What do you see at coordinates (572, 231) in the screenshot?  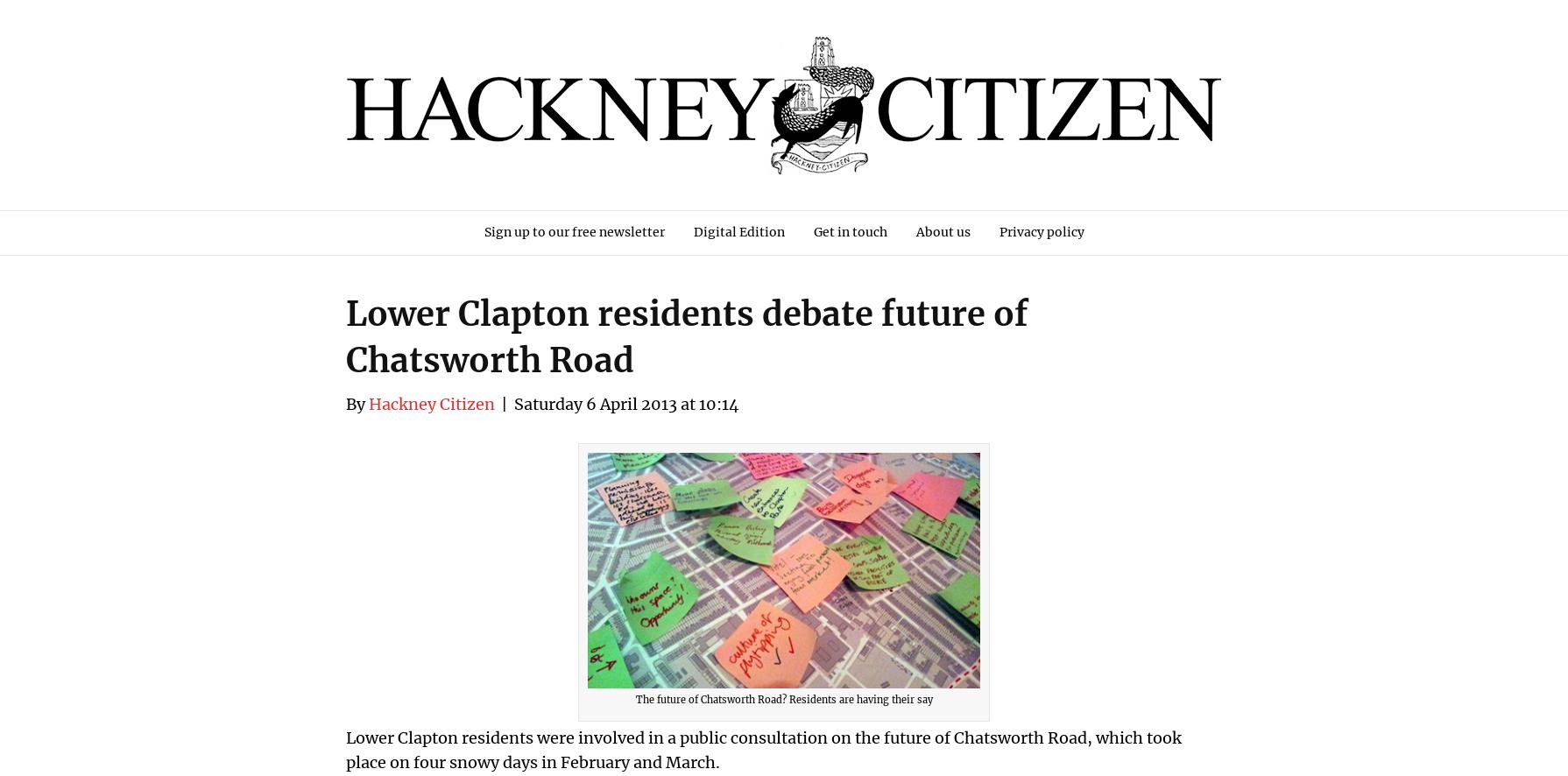 I see `'Sign up to our free newsletter'` at bounding box center [572, 231].